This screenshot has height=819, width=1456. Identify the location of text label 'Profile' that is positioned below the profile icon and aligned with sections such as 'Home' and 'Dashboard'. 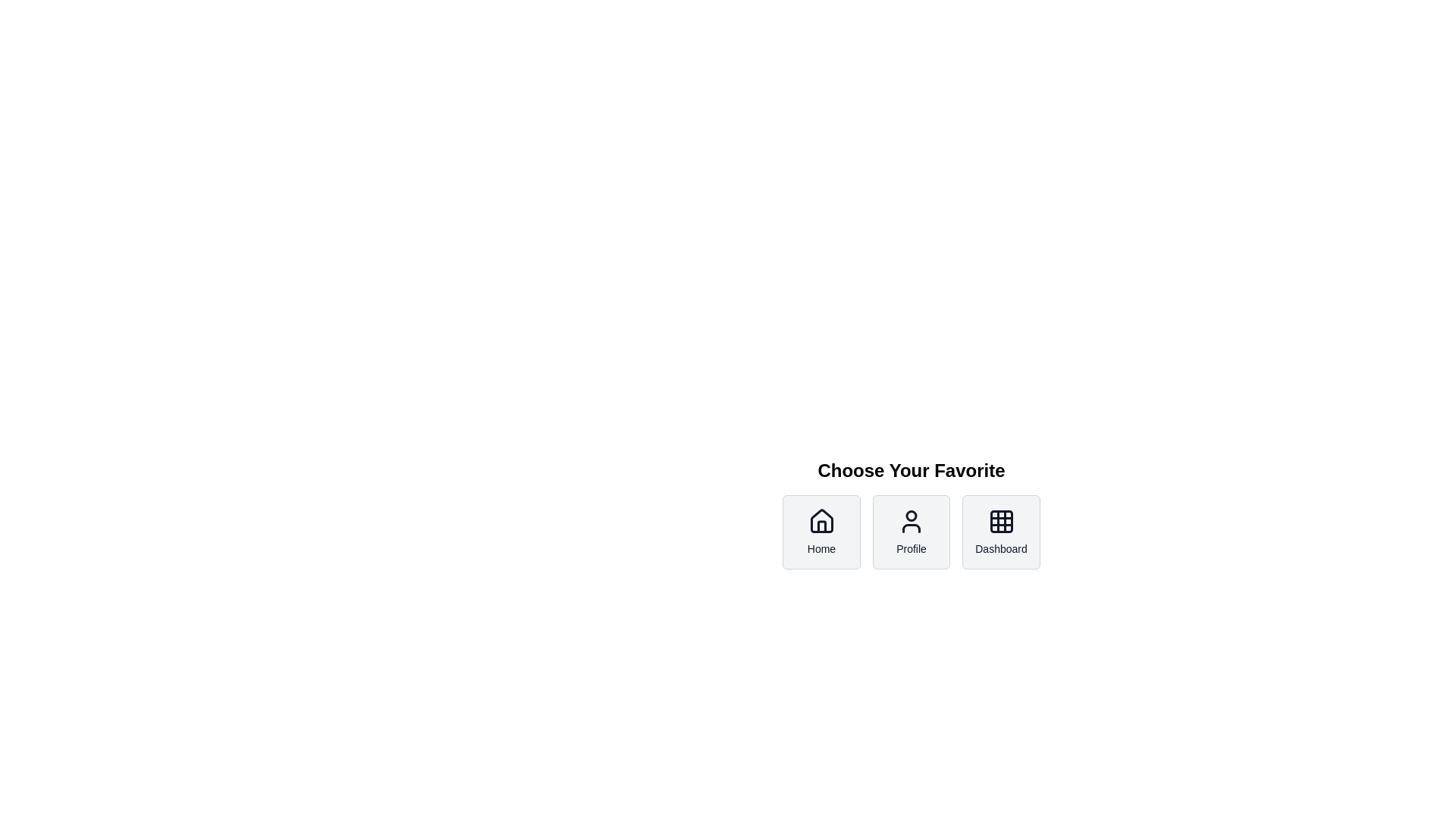
(910, 549).